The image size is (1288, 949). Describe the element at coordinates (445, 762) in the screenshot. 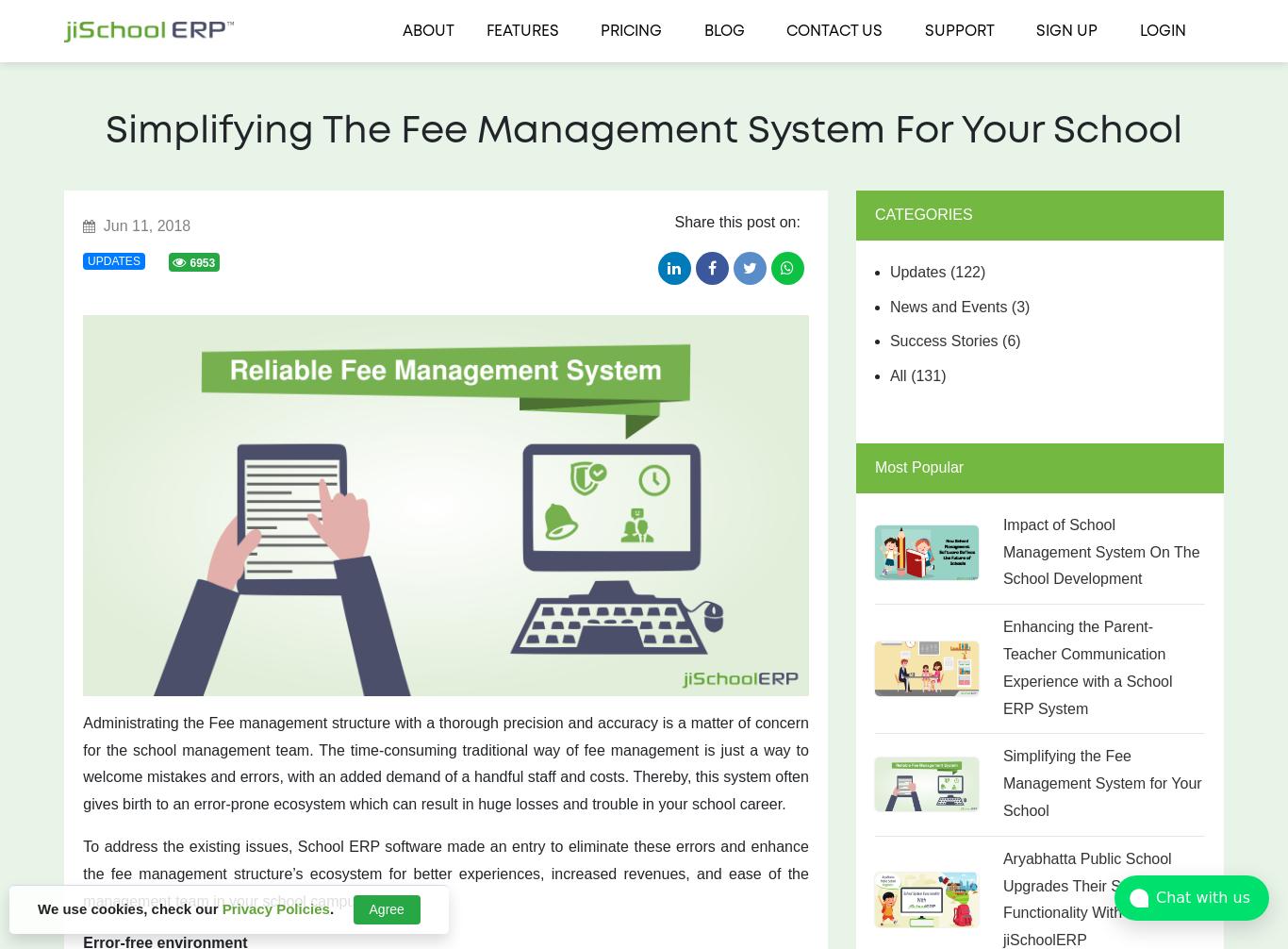

I see `'Administrating the Fee management structure with a thorough precision and accuracy is a matter of concern for the school management team. The time-consuming traditional way of fee management is just a way to welcome mistakes and errors, with an added demand of a handful staff and costs. Thereby, this system often gives birth to an error-prone ecosystem which can result in huge losses and trouble in your school career.'` at that location.